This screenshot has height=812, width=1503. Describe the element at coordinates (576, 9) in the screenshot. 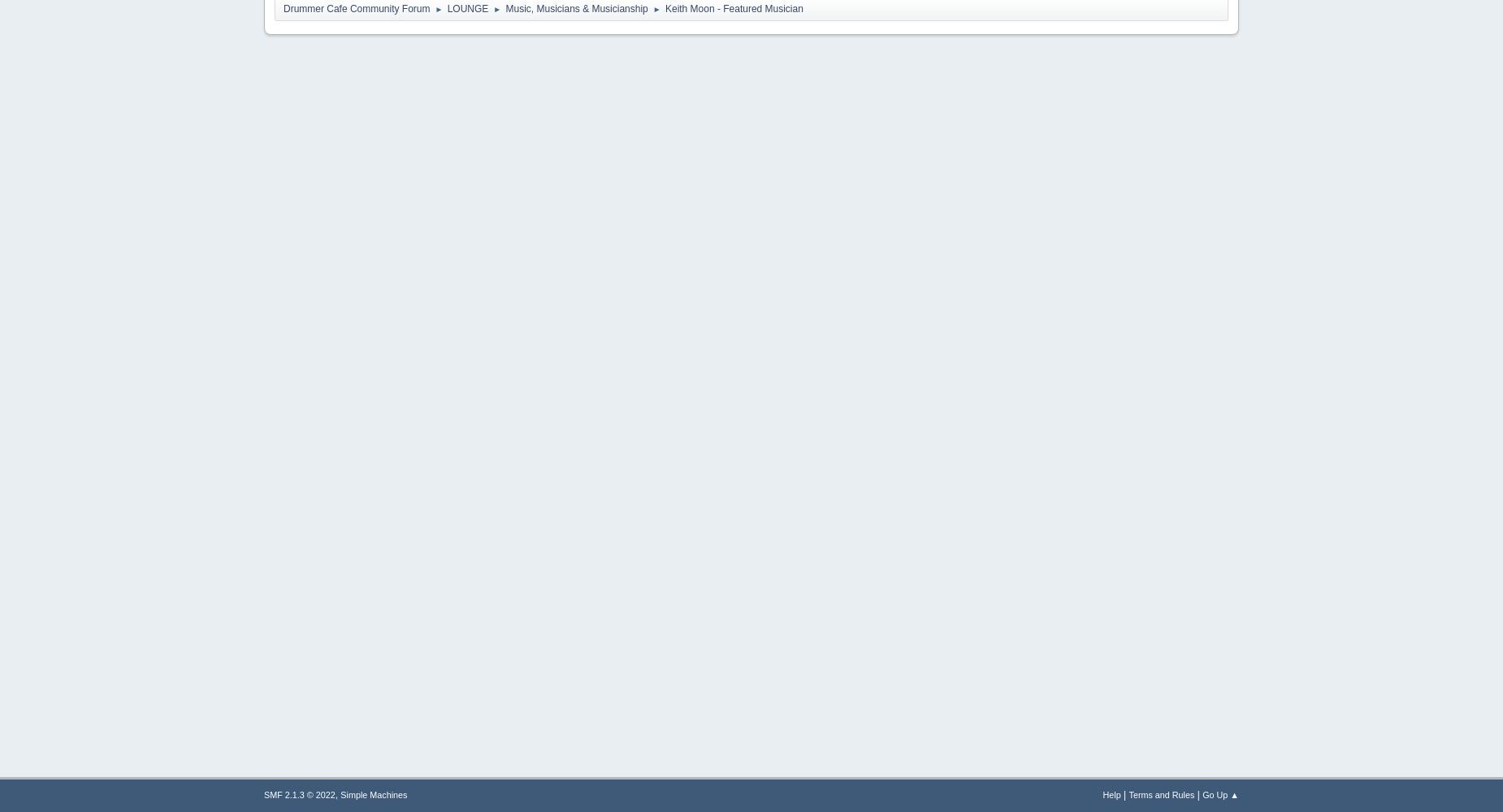

I see `'Music, Musicians & Musicianship'` at that location.